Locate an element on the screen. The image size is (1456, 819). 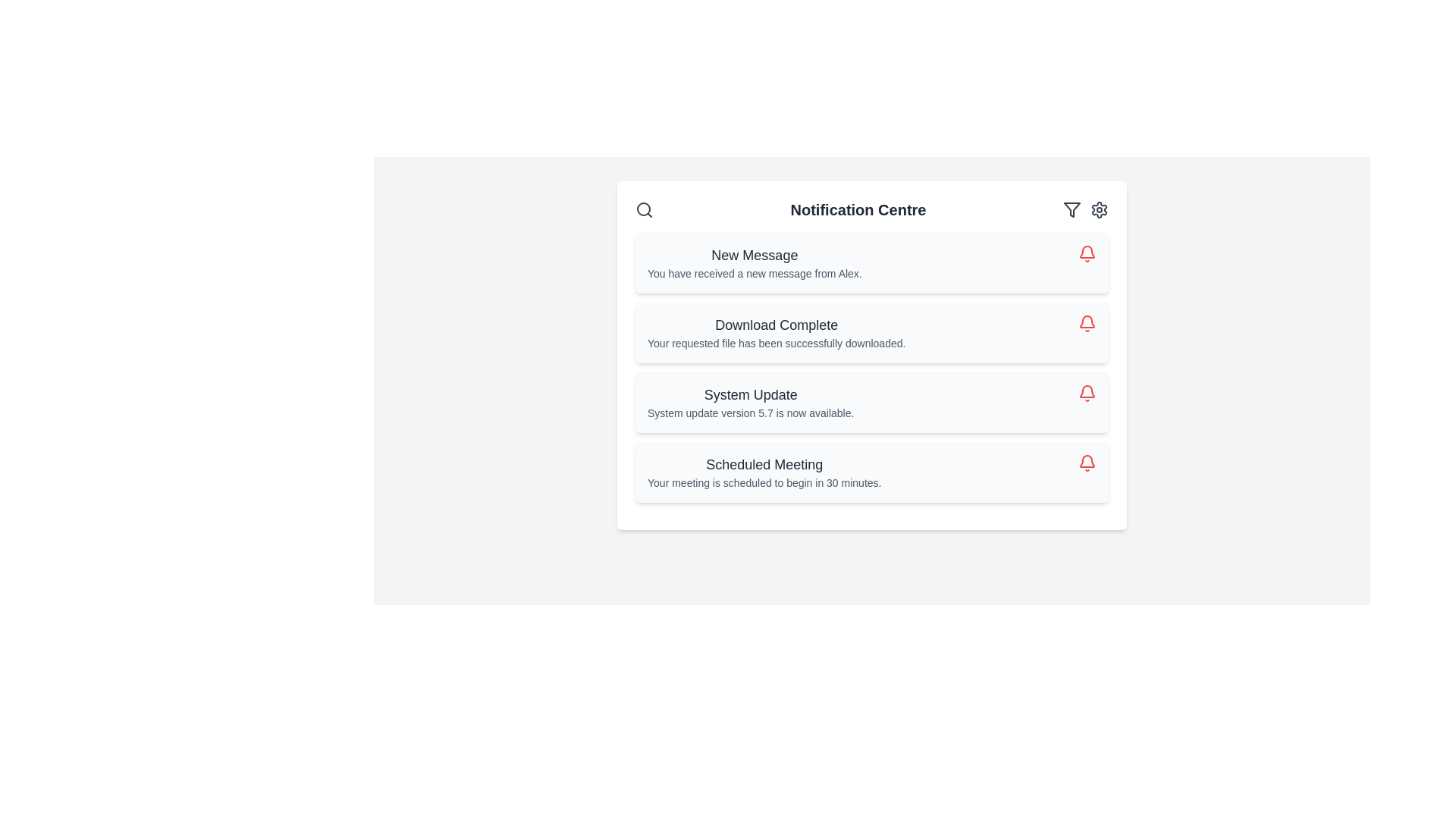
the static informational text displaying 'System update version 5.7 is now available.' which is located below the title 'System Update' in the notification card is located at coordinates (751, 413).